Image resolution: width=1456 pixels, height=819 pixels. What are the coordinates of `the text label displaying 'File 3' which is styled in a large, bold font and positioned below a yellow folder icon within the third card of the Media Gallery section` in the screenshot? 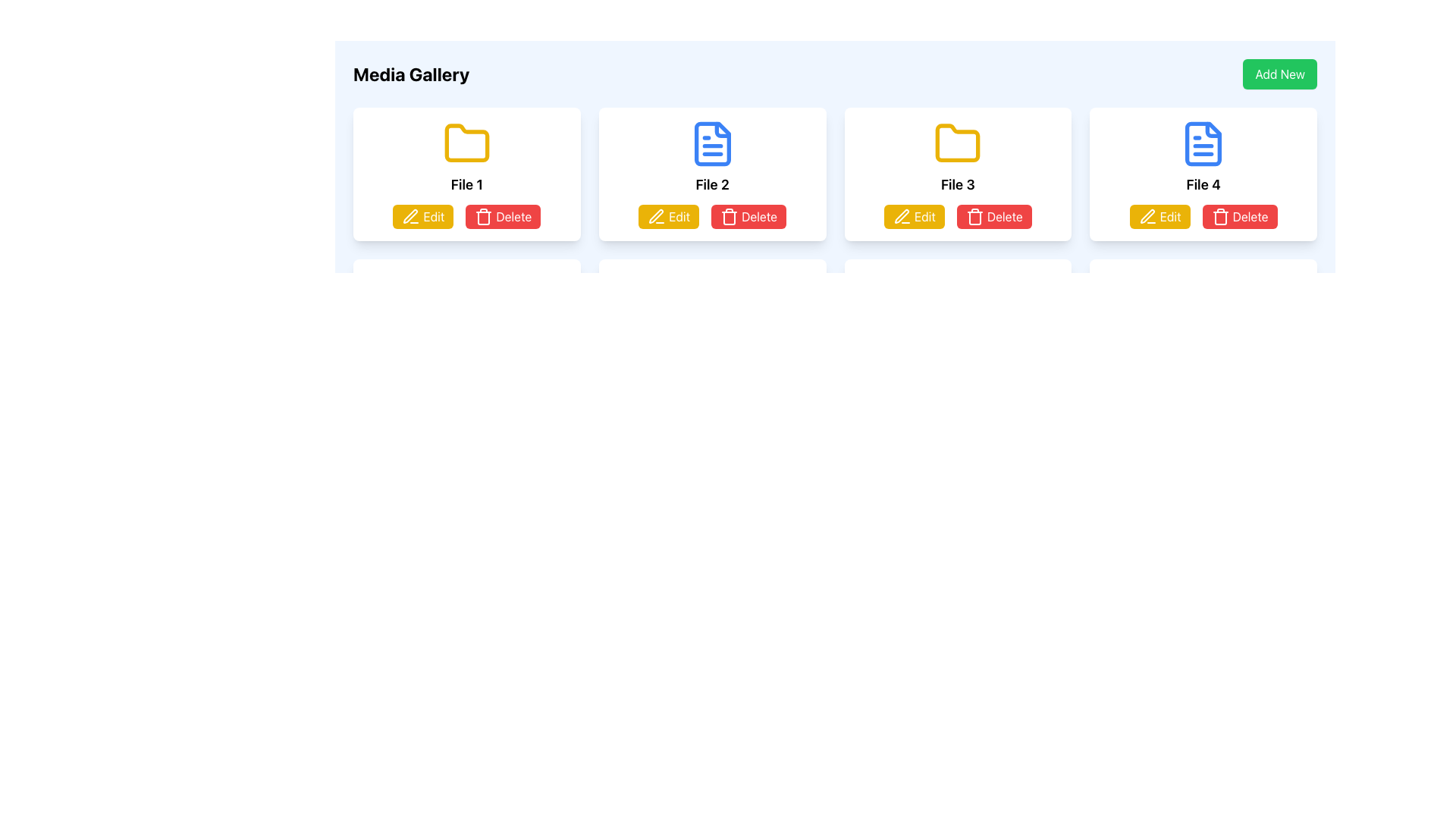 It's located at (957, 184).